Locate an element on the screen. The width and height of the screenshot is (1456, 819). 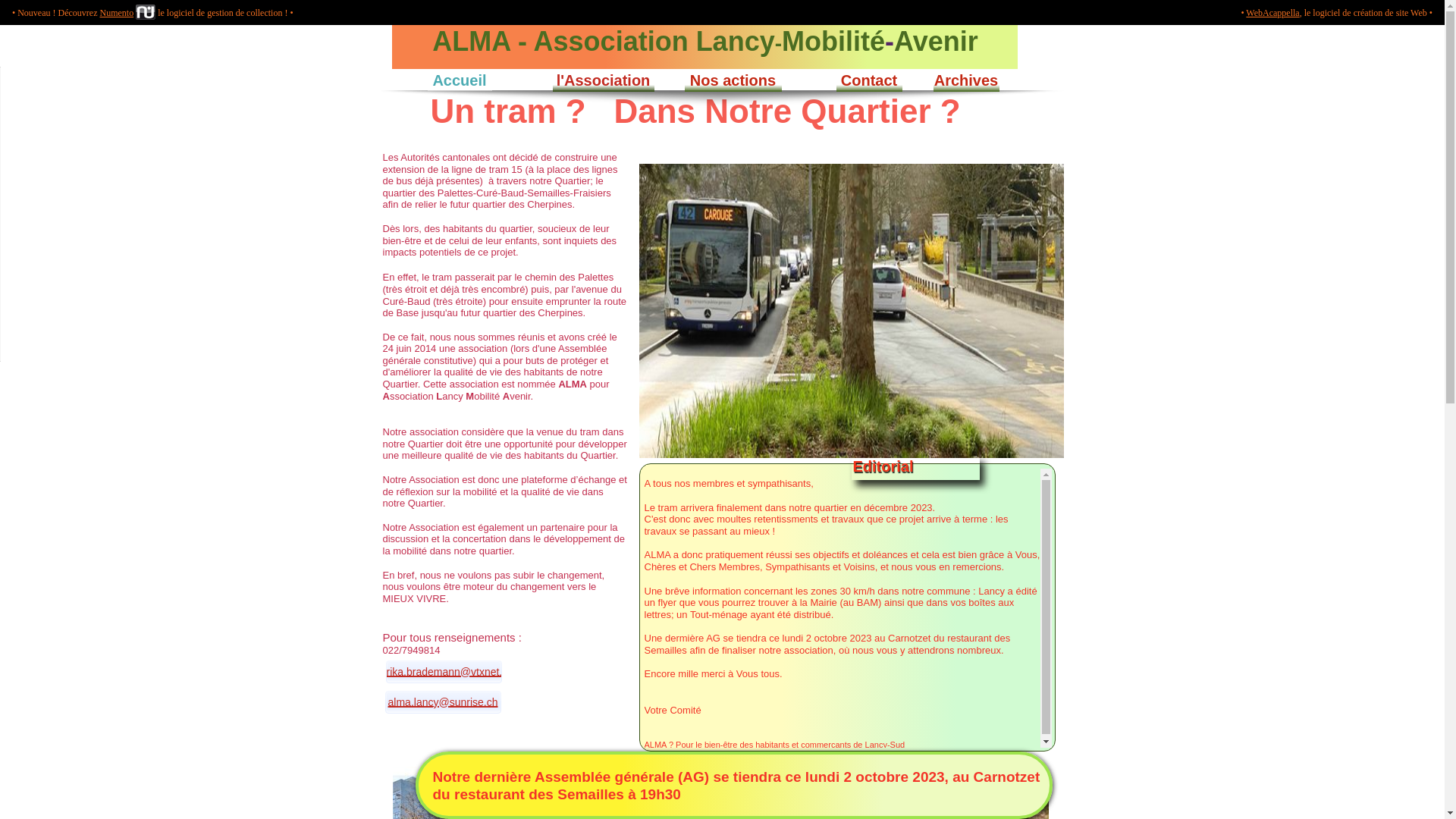
'Nos actions' is located at coordinates (683, 80).